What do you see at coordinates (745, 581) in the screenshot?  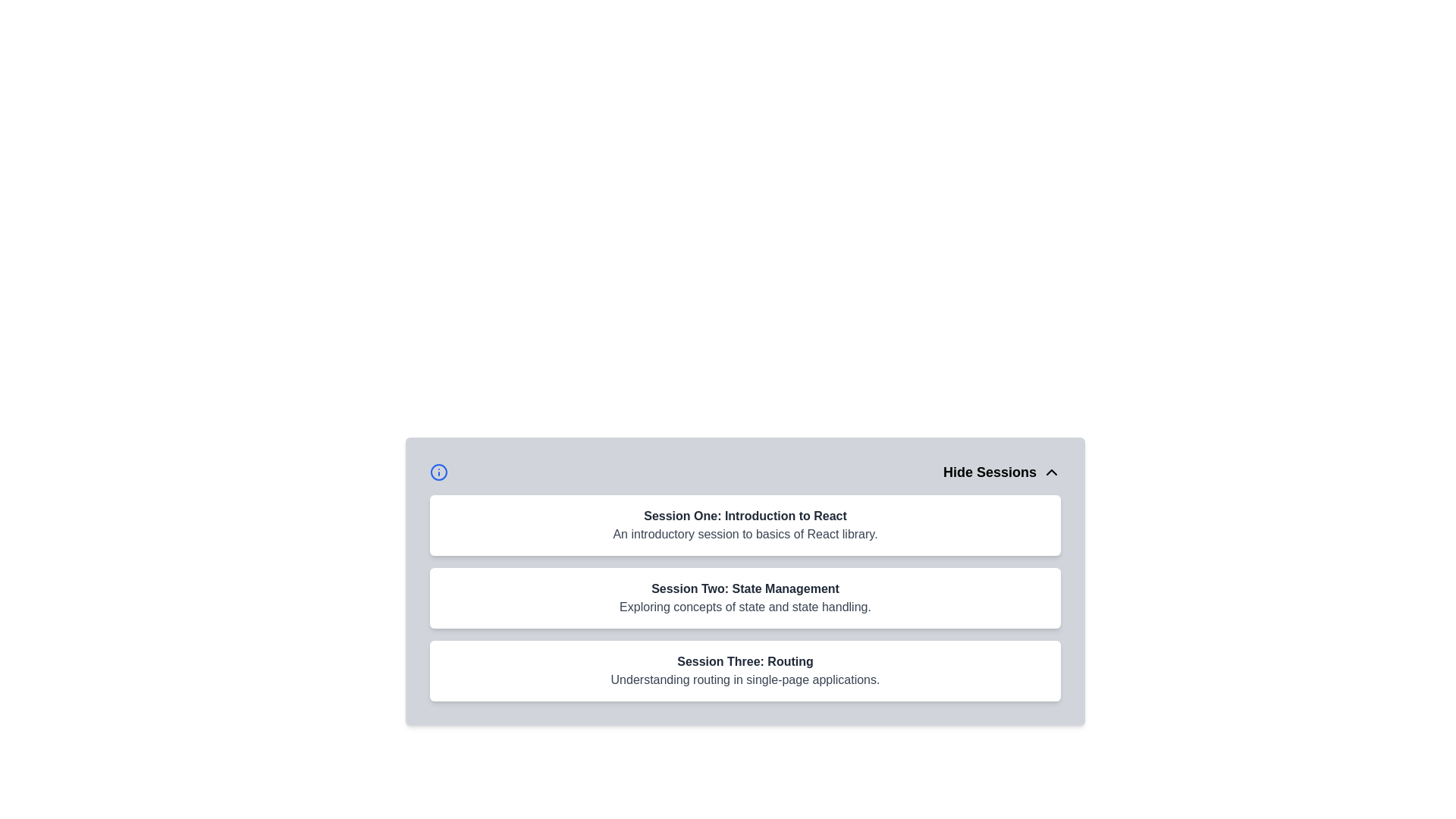 I see `session title and description for 'Session Two: State Management' located in the second card of the tutorial list` at bounding box center [745, 581].